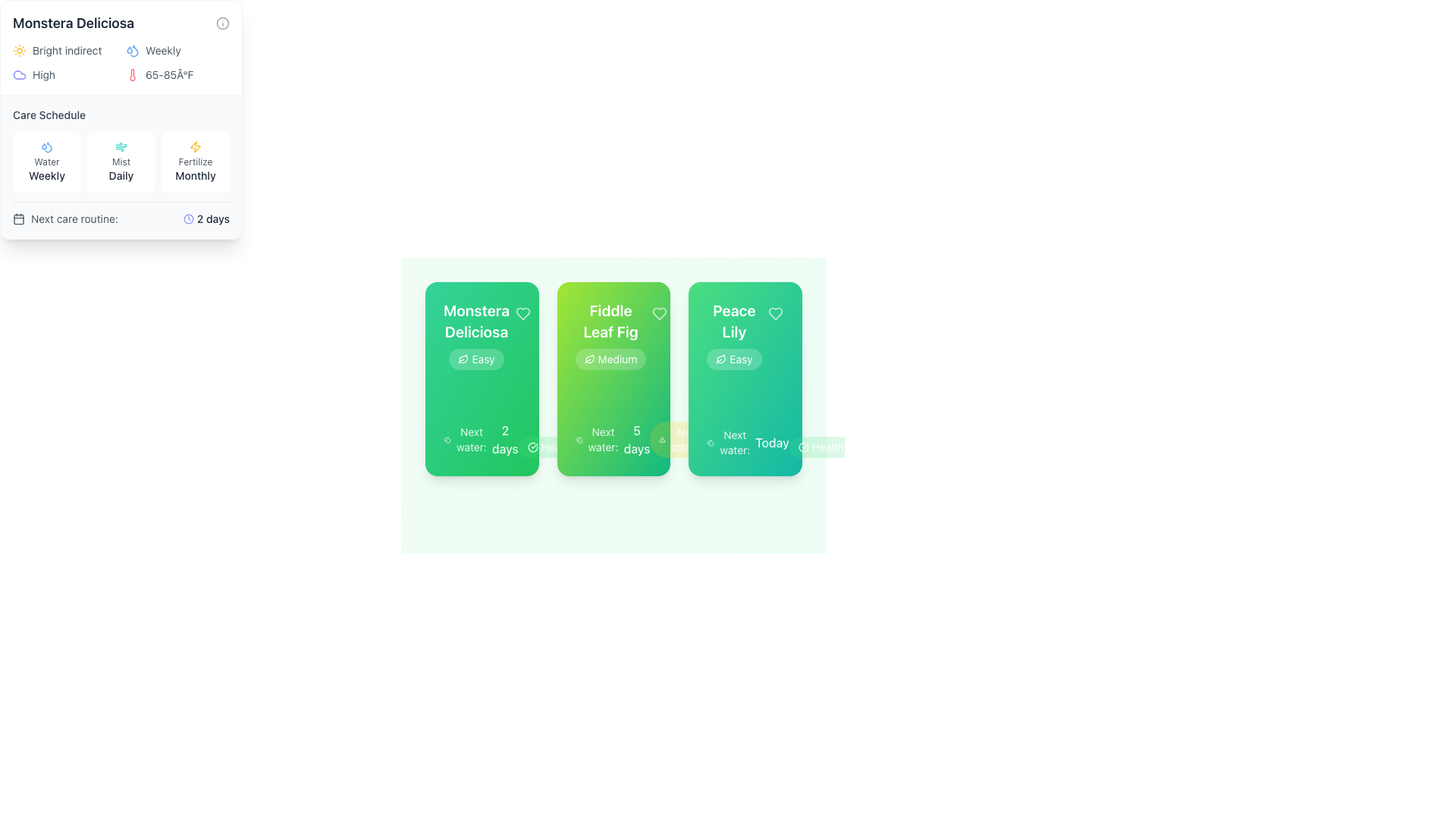  What do you see at coordinates (662, 439) in the screenshot?
I see `the small triangular Decorative icon resembling an alert or warning symbol, which is located on the left side of the 'Needs attention' badge with a light yellow background` at bounding box center [662, 439].